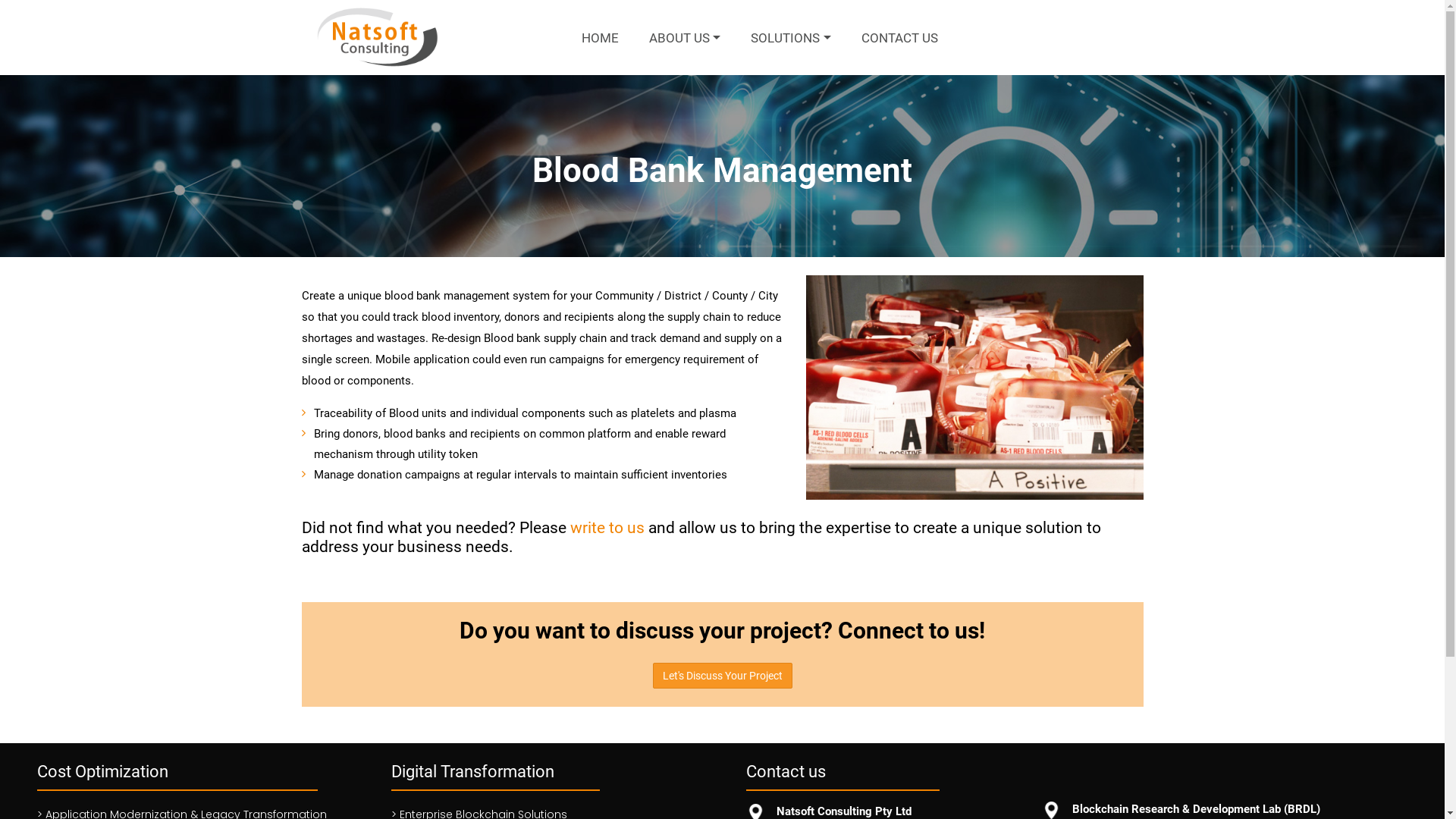  Describe the element at coordinates (899, 37) in the screenshot. I see `'CONTACT US'` at that location.